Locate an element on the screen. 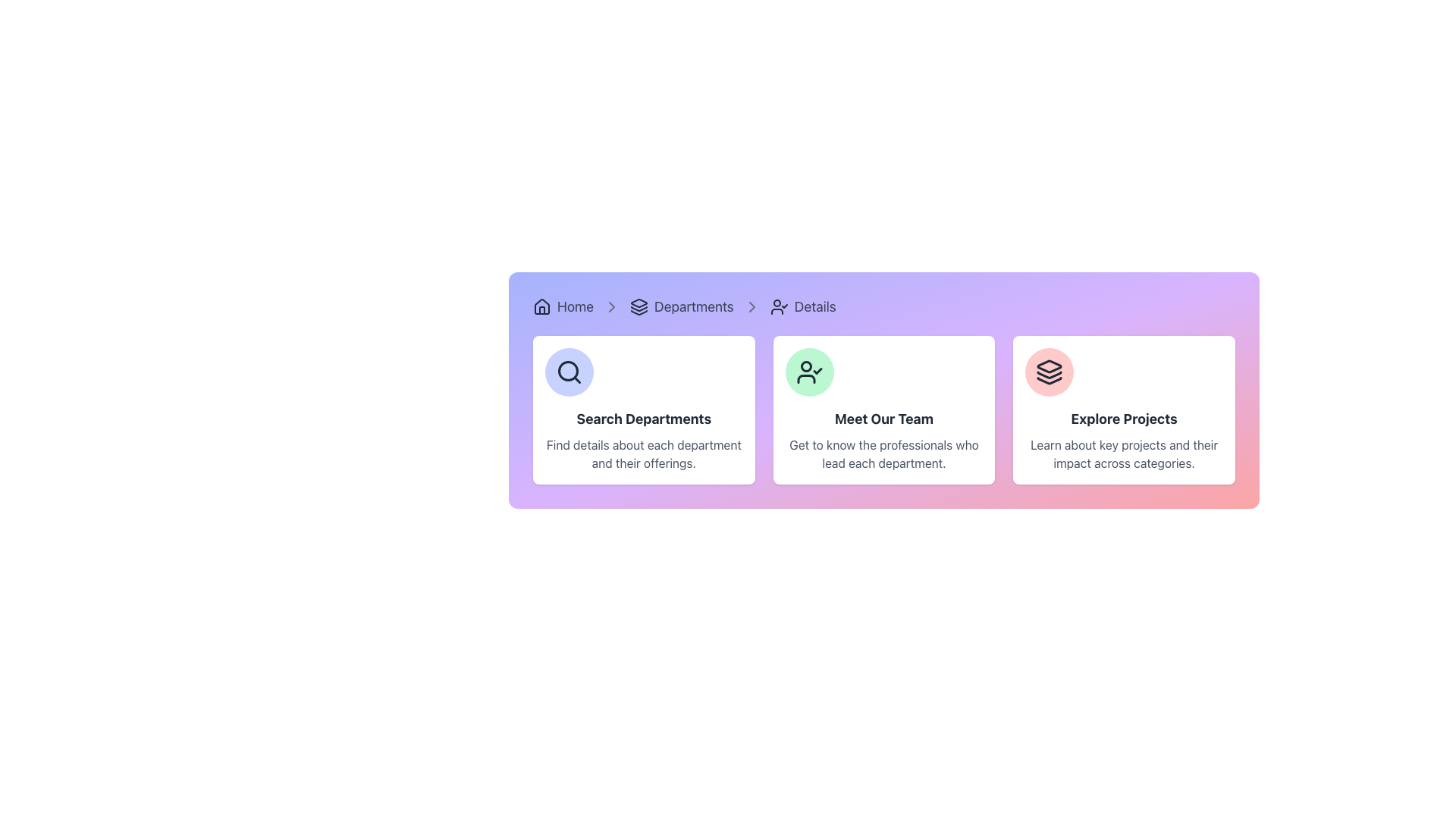  the Breadcrumb Navigation Link for 'Departments' is located at coordinates (681, 307).